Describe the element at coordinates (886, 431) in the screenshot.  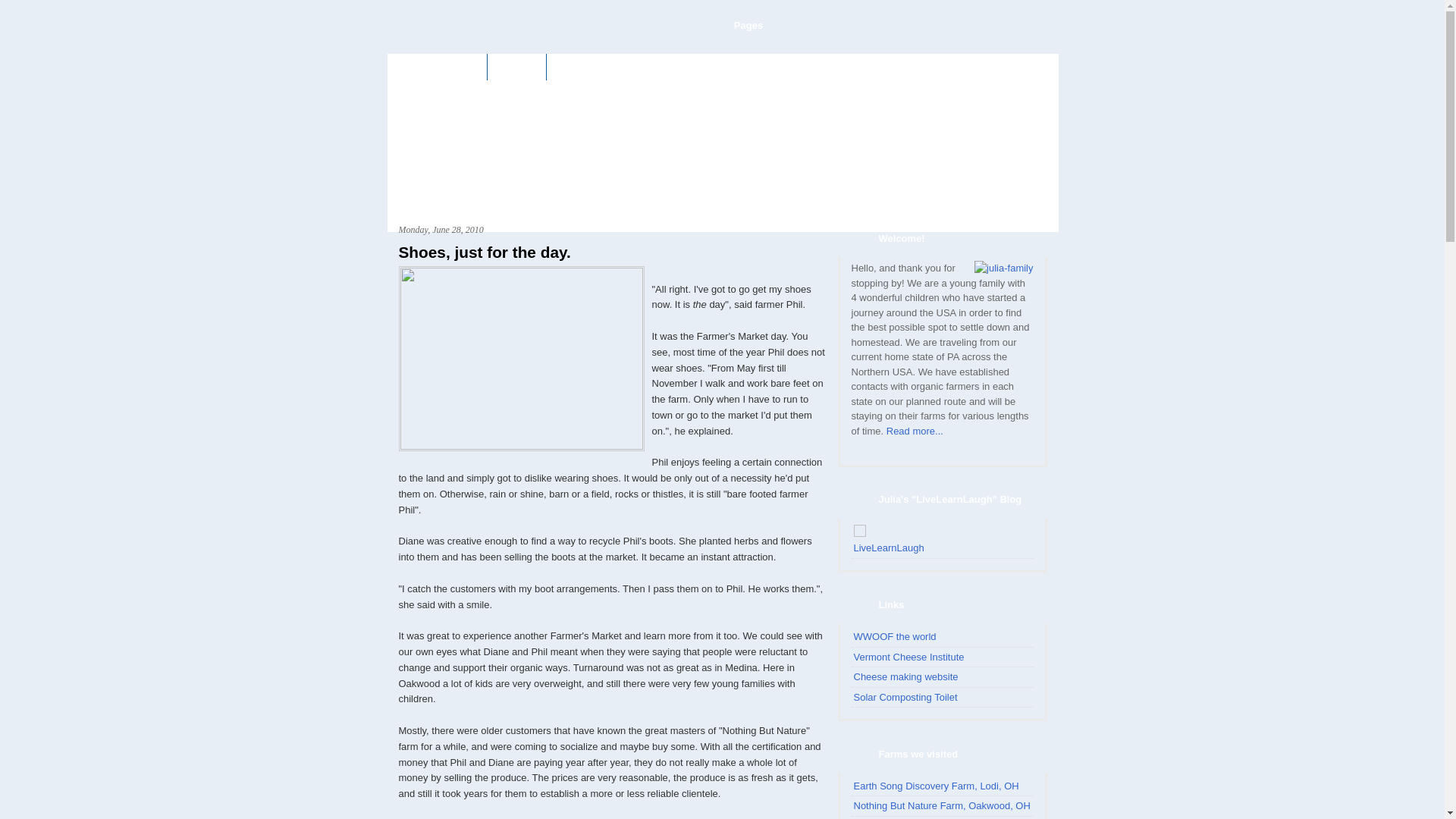
I see `'Read more...'` at that location.